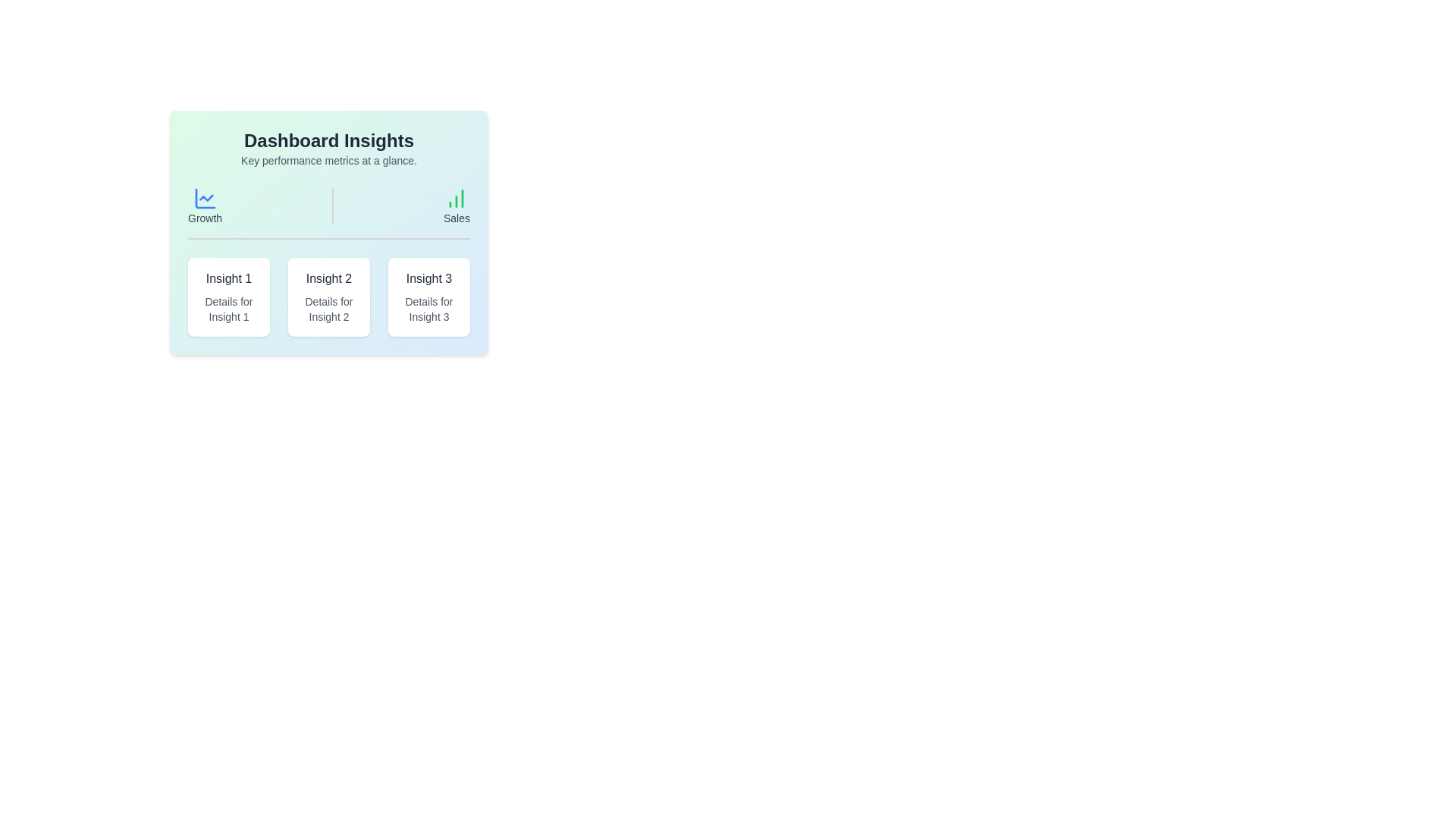 This screenshot has height=819, width=1456. Describe the element at coordinates (328, 297) in the screenshot. I see `the content cards displayed in the grid layout located beneath the 'Dashboard Insights' heading and above the 'Growth' and 'Sales' sections by clicking on them` at that location.